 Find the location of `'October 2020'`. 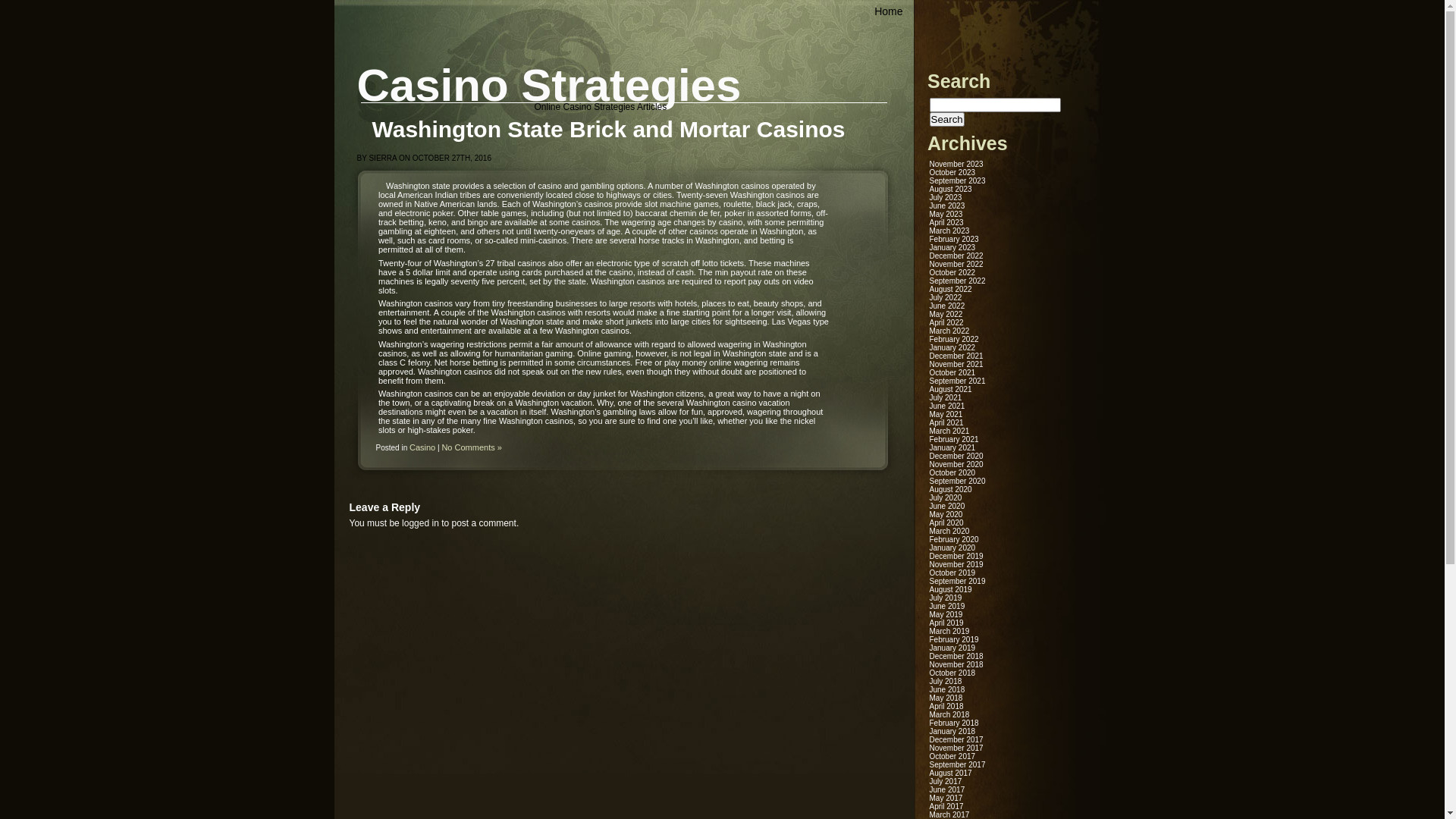

'October 2020' is located at coordinates (952, 472).